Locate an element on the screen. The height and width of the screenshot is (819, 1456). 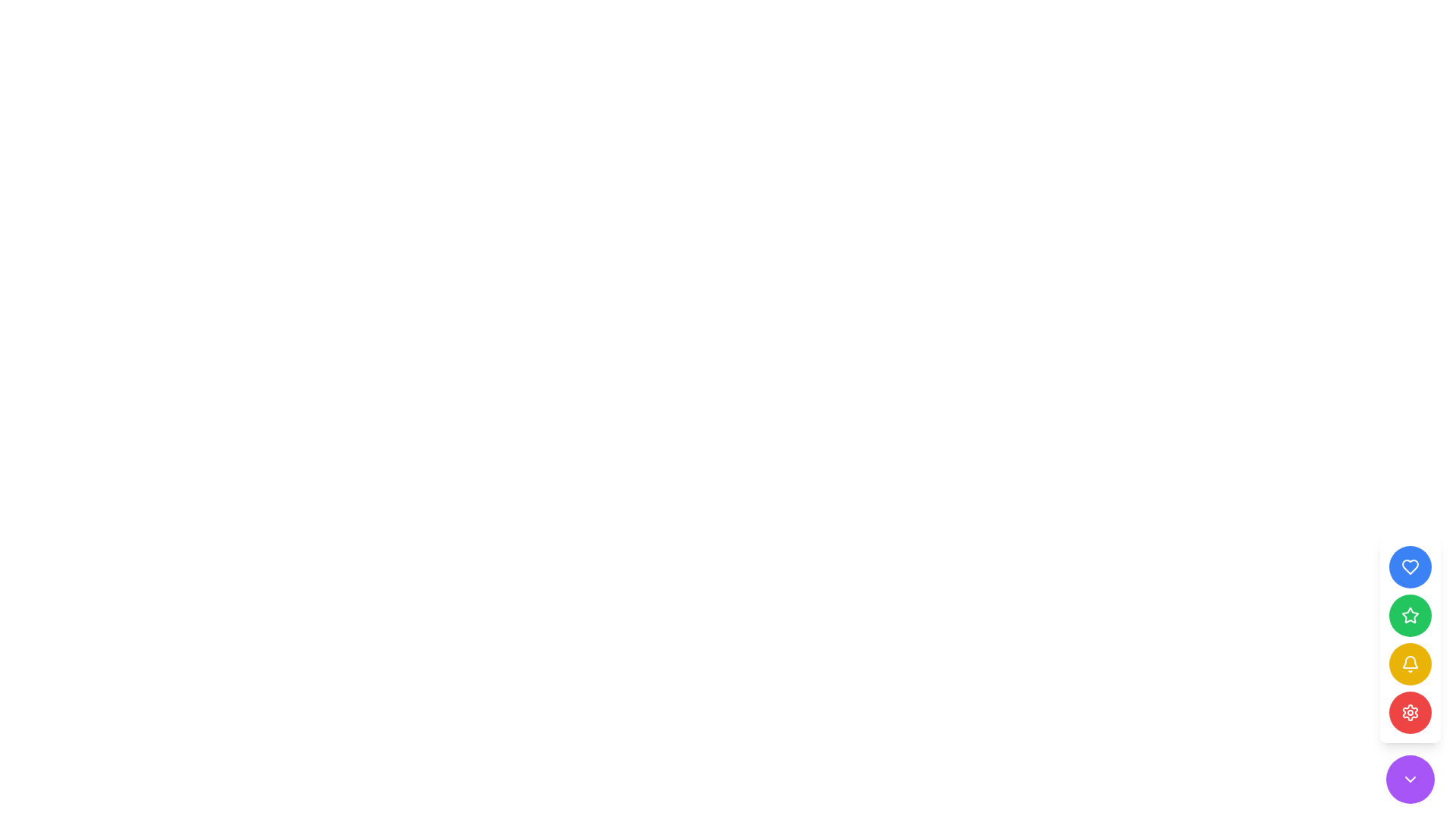
the circular yellow notification button with a bell icon located in the bottom-right corner of the interface is located at coordinates (1410, 640).